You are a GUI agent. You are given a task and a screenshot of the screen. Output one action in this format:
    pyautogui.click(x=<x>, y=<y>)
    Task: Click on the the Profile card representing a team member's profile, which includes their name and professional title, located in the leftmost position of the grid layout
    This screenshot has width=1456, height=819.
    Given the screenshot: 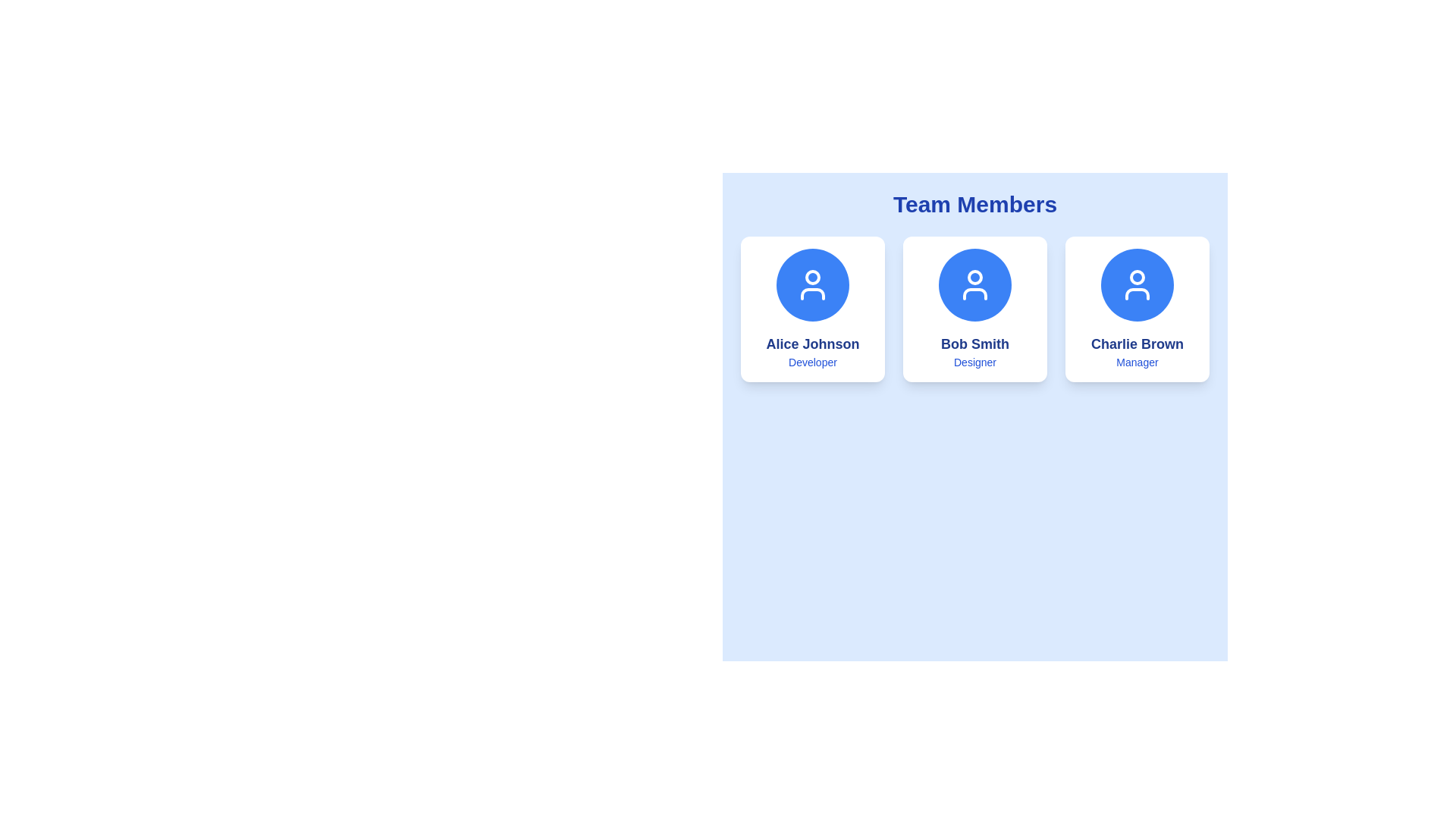 What is the action you would take?
    pyautogui.click(x=811, y=309)
    